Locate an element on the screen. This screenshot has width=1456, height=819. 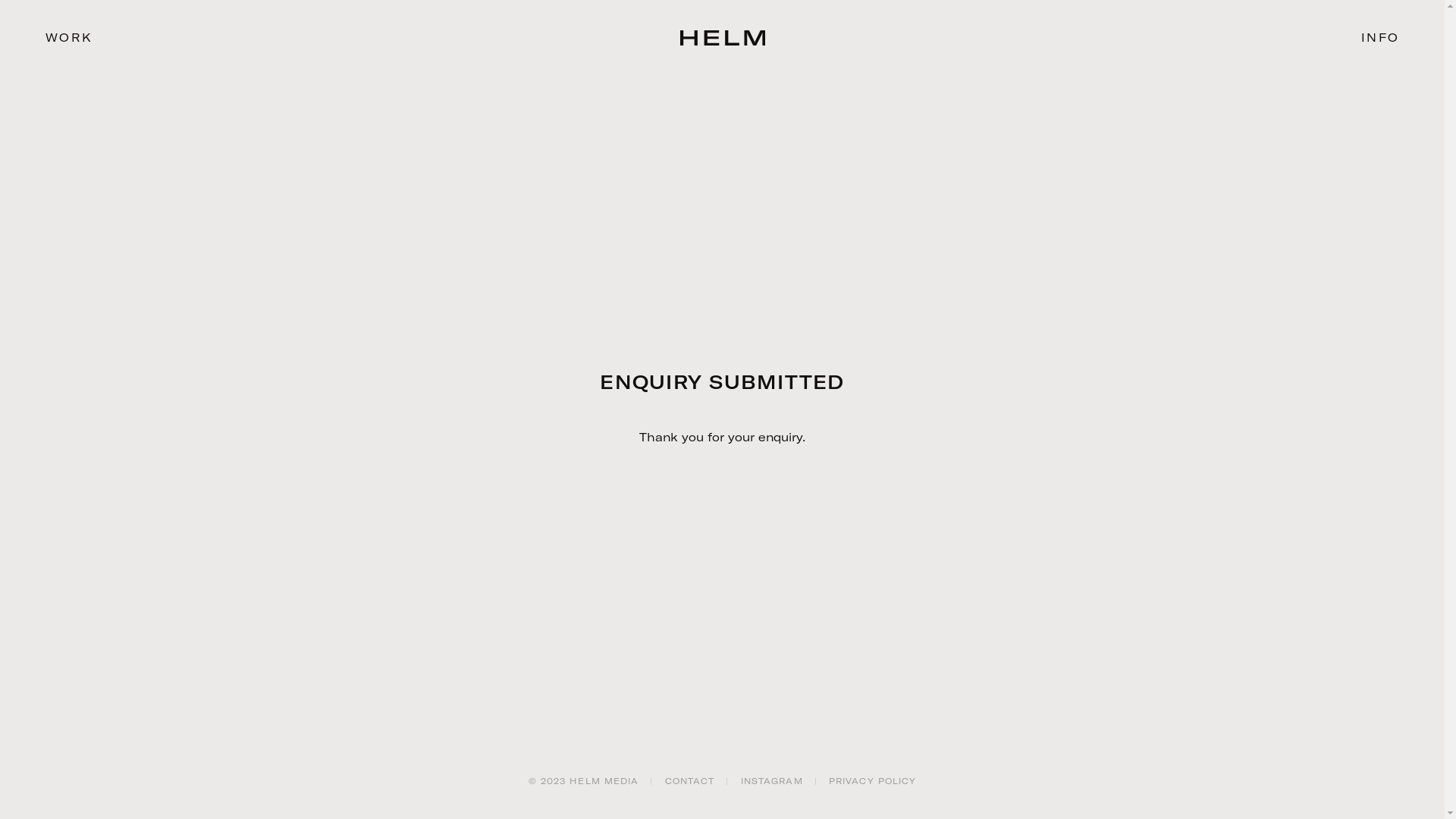
'PRIVACY POLICY' is located at coordinates (872, 780).